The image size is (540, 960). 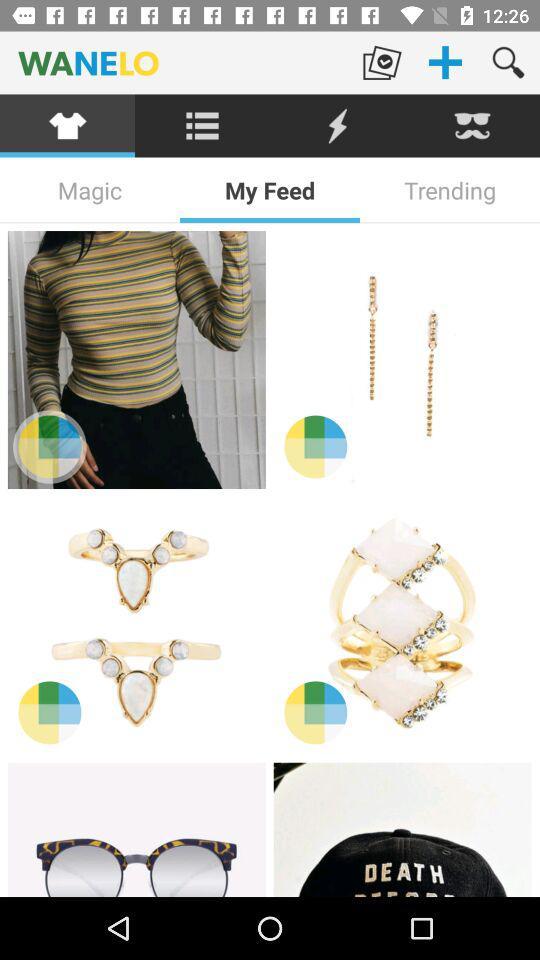 What do you see at coordinates (315, 446) in the screenshot?
I see `color pallet` at bounding box center [315, 446].